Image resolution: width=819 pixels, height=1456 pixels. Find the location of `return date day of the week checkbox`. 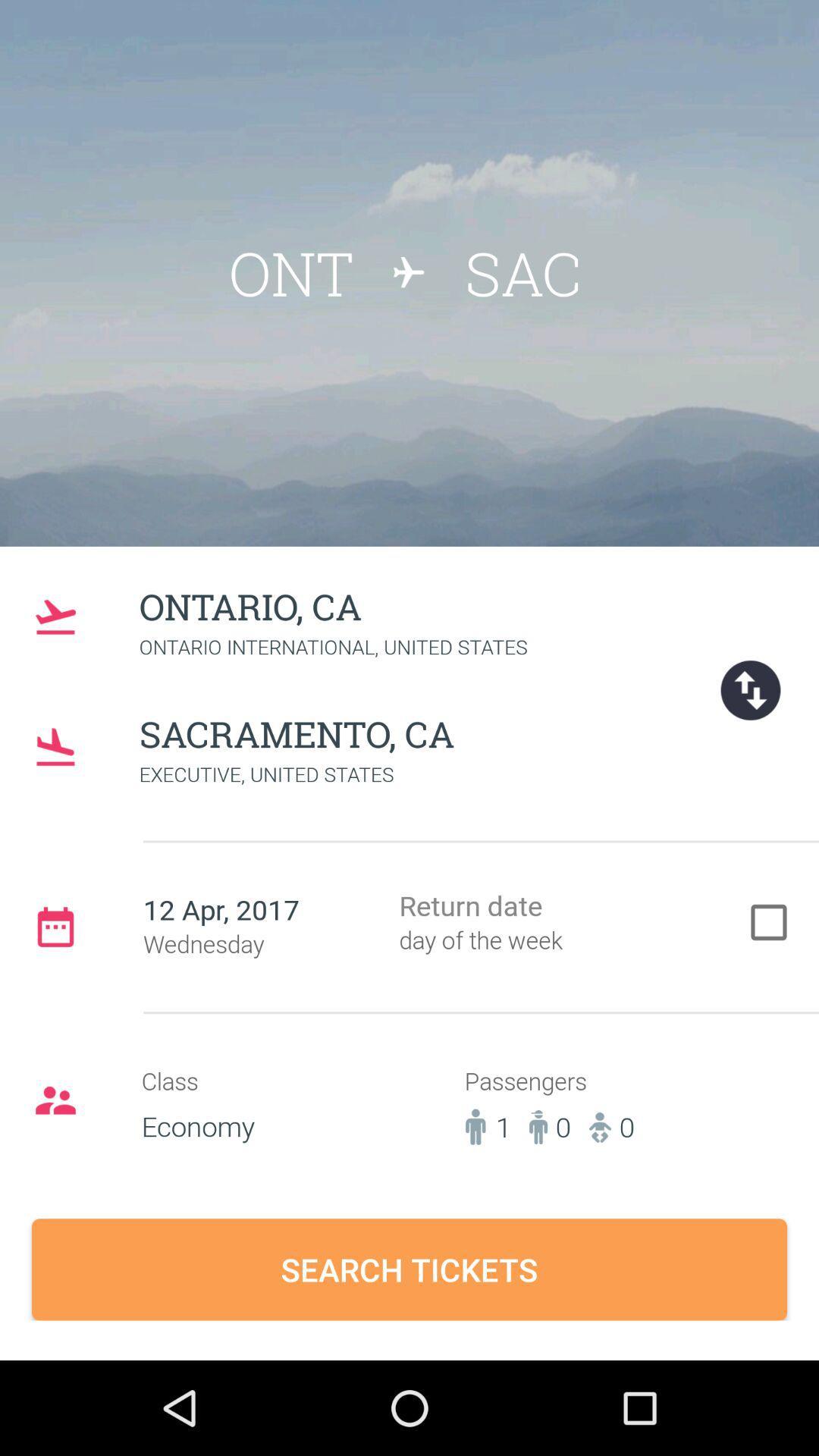

return date day of the week checkbox is located at coordinates (575, 924).